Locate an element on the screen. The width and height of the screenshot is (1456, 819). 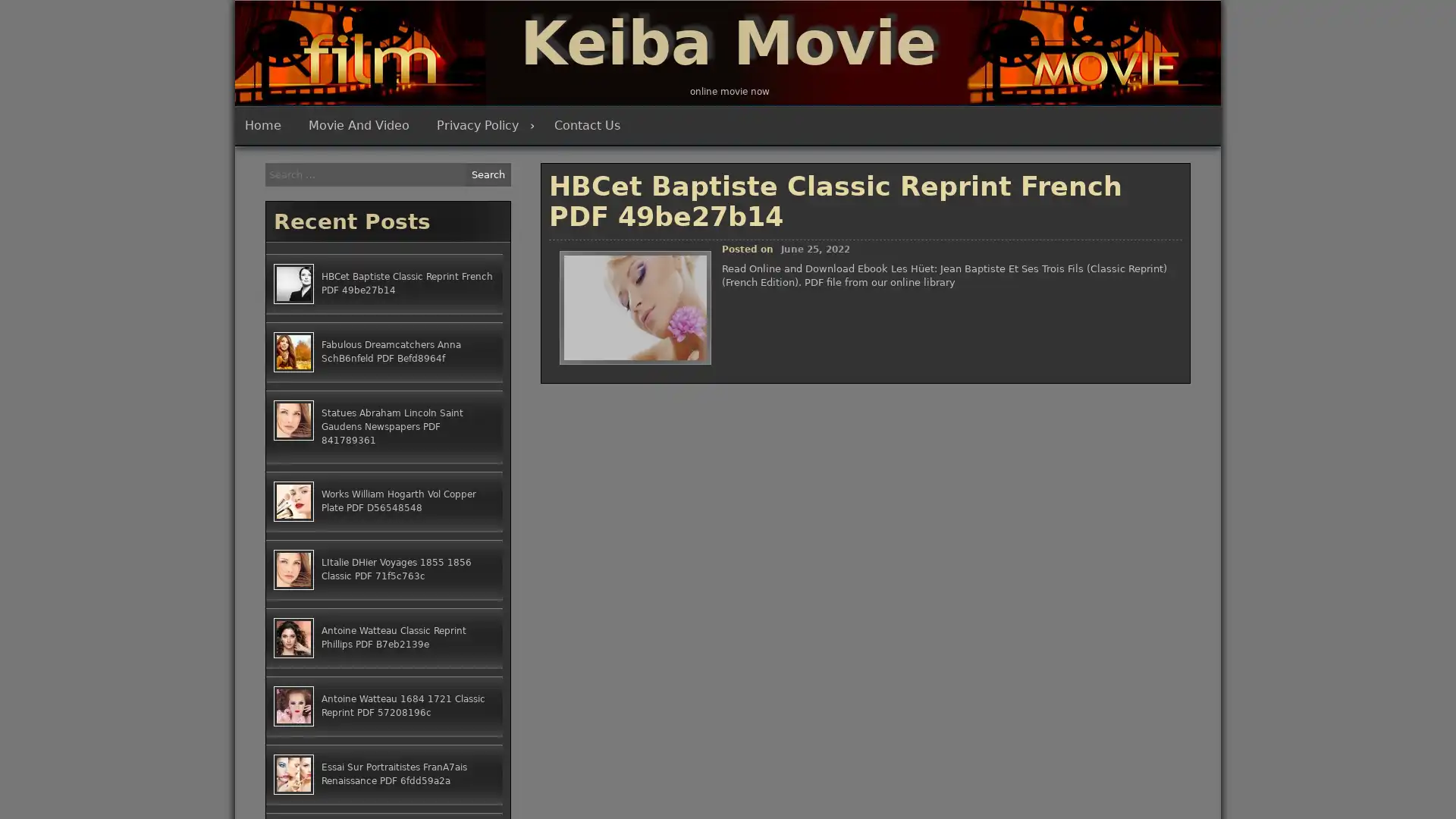
Search is located at coordinates (488, 174).